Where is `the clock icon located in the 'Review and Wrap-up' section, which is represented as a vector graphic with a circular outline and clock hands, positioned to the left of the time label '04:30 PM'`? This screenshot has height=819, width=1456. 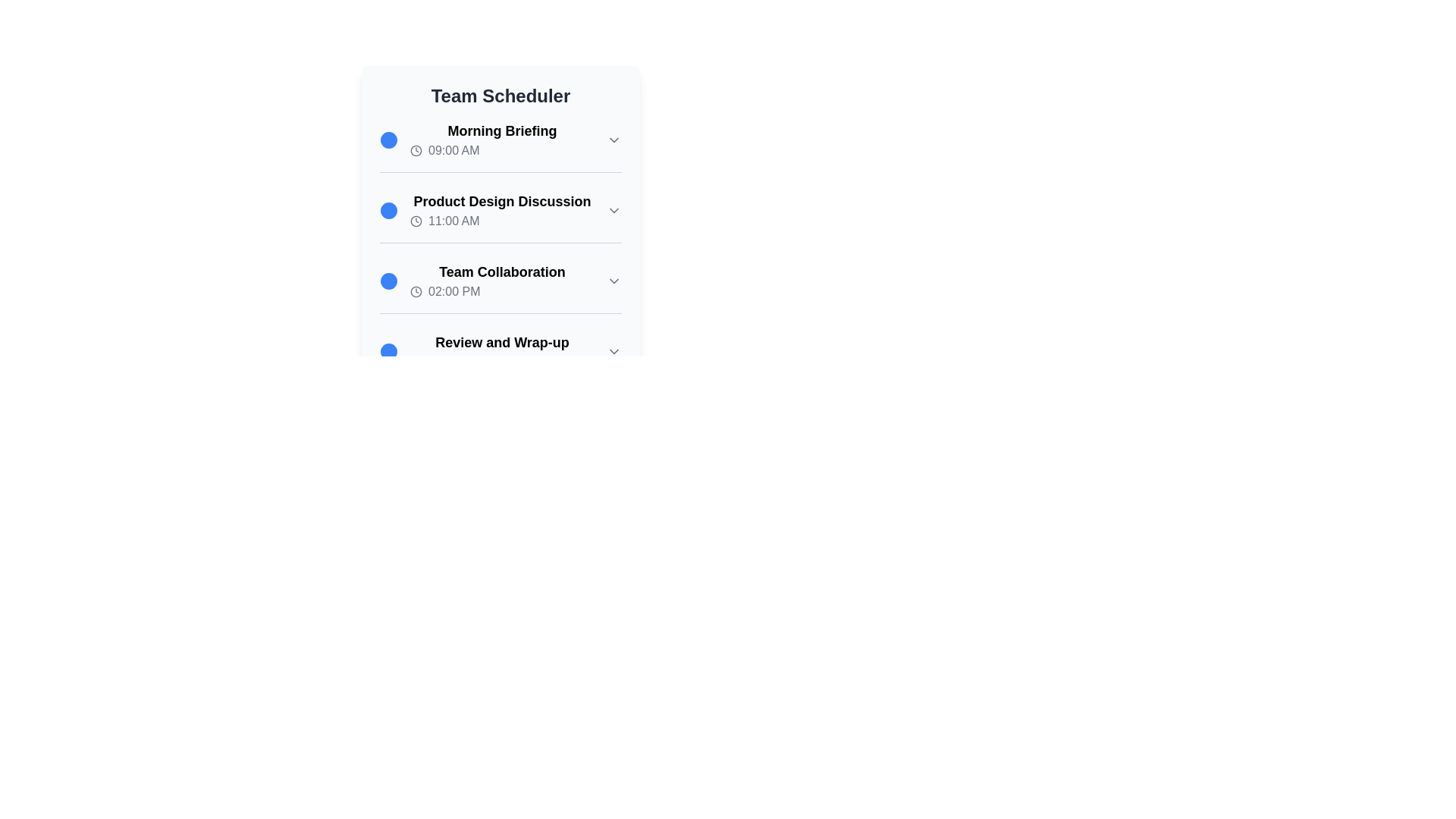
the clock icon located in the 'Review and Wrap-up' section, which is represented as a vector graphic with a circular outline and clock hands, positioned to the left of the time label '04:30 PM' is located at coordinates (416, 362).